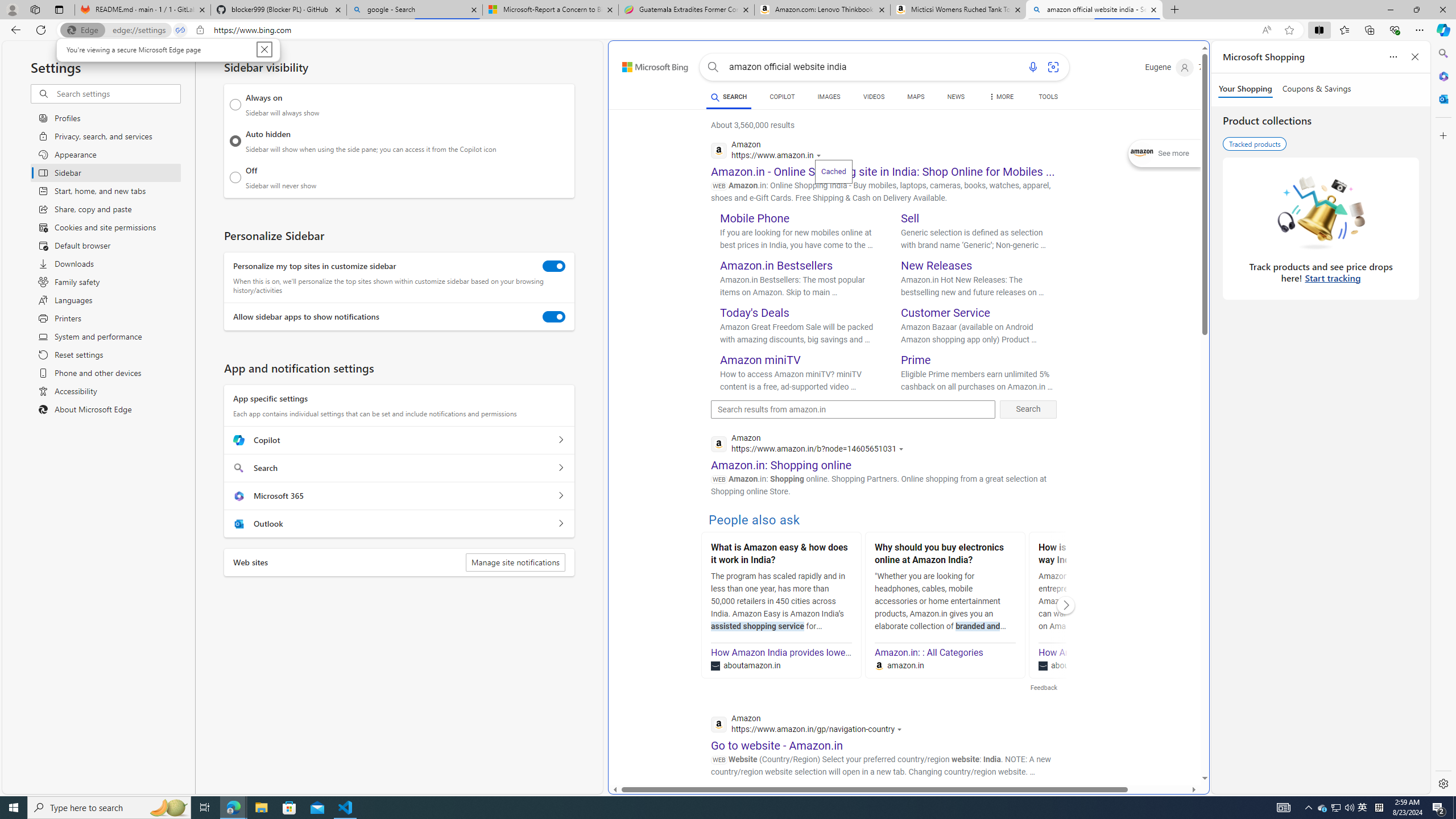  Describe the element at coordinates (1215, 67) in the screenshot. I see `'Microsoft Rewards 72'` at that location.